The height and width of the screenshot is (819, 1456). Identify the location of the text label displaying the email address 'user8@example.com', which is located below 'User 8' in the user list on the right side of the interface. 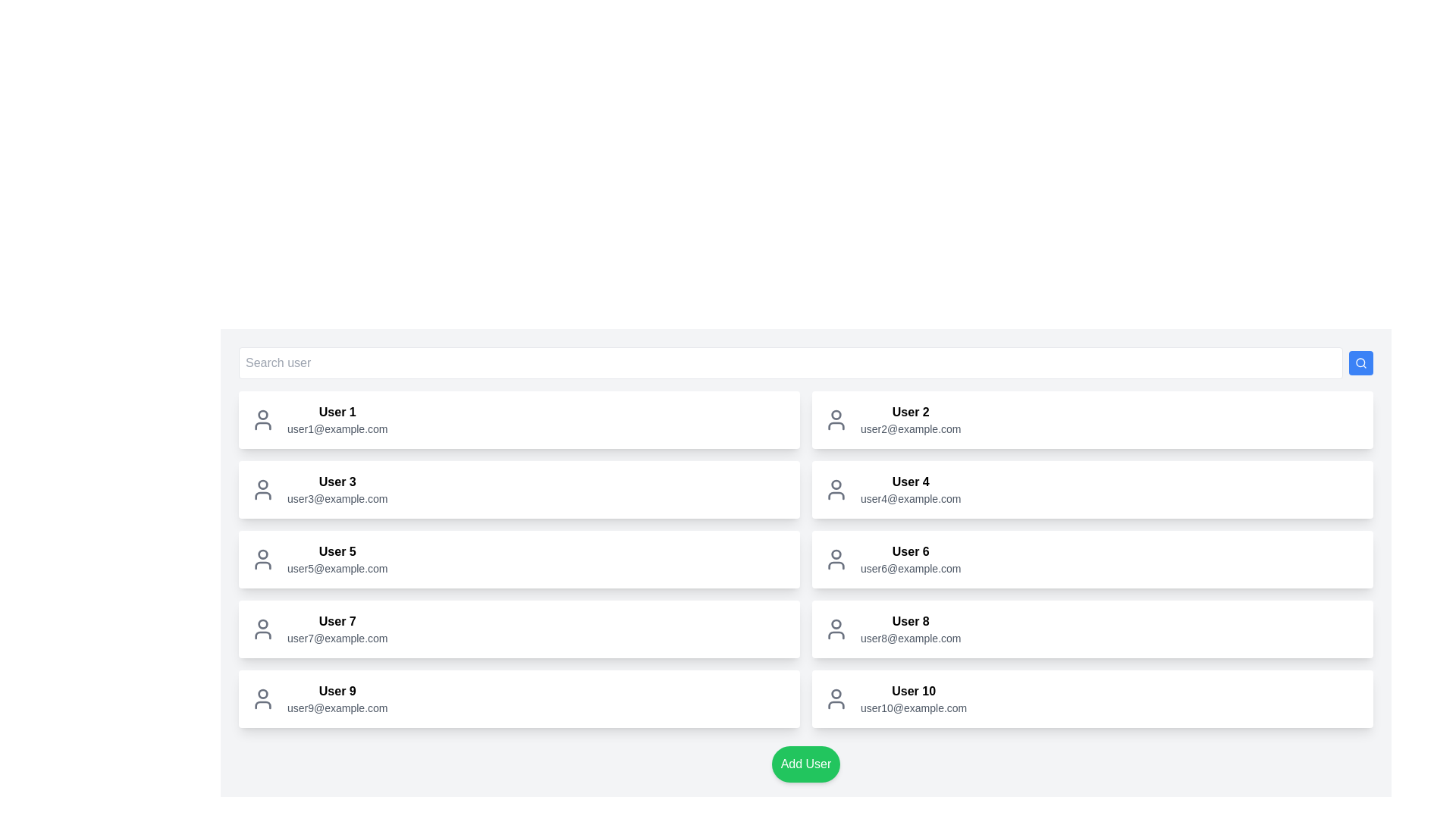
(910, 638).